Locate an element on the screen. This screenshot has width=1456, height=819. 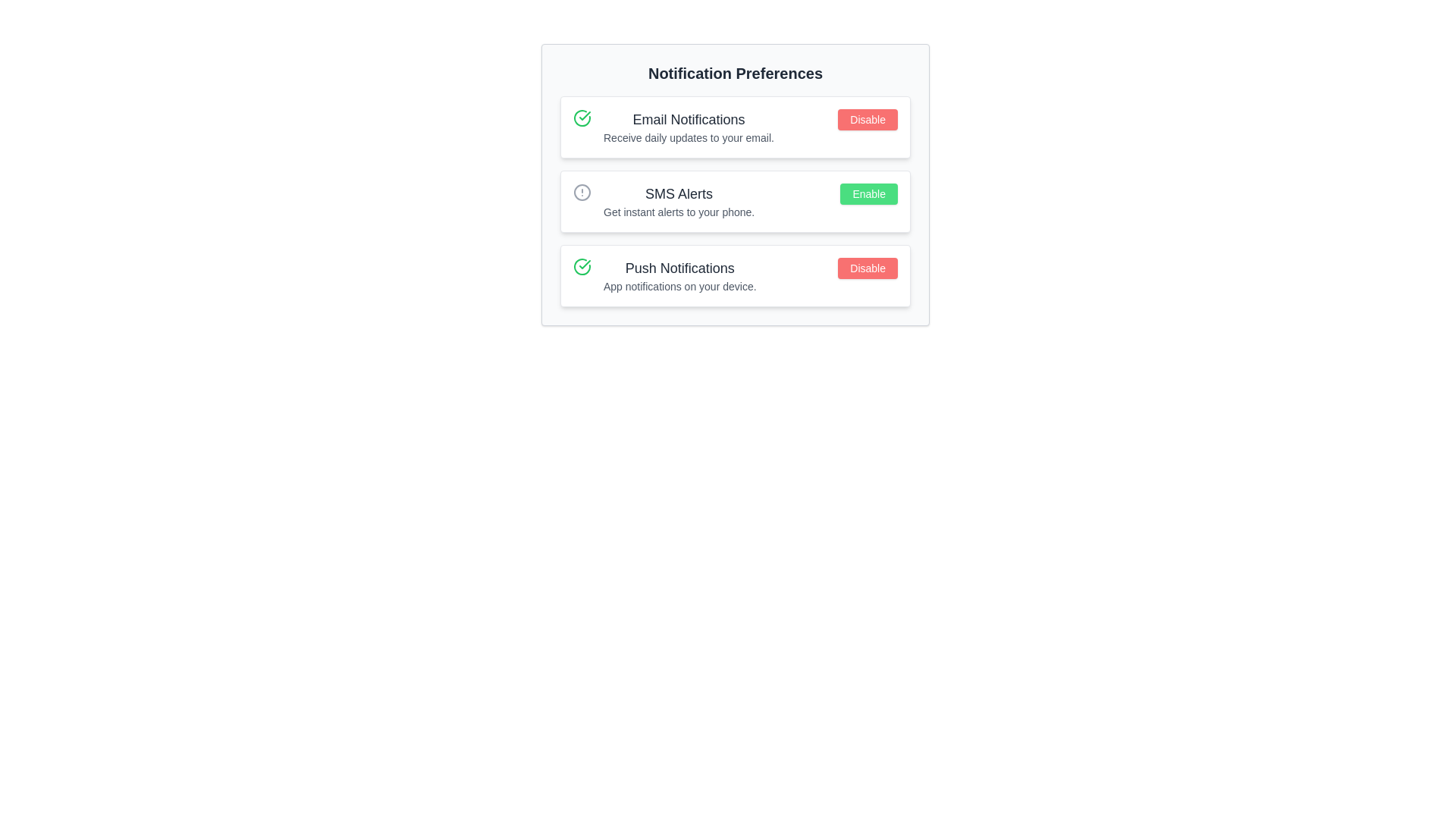
the green 'Enable' button with white text located in the SMS Alerts section of the Notification Preferences panel is located at coordinates (869, 193).